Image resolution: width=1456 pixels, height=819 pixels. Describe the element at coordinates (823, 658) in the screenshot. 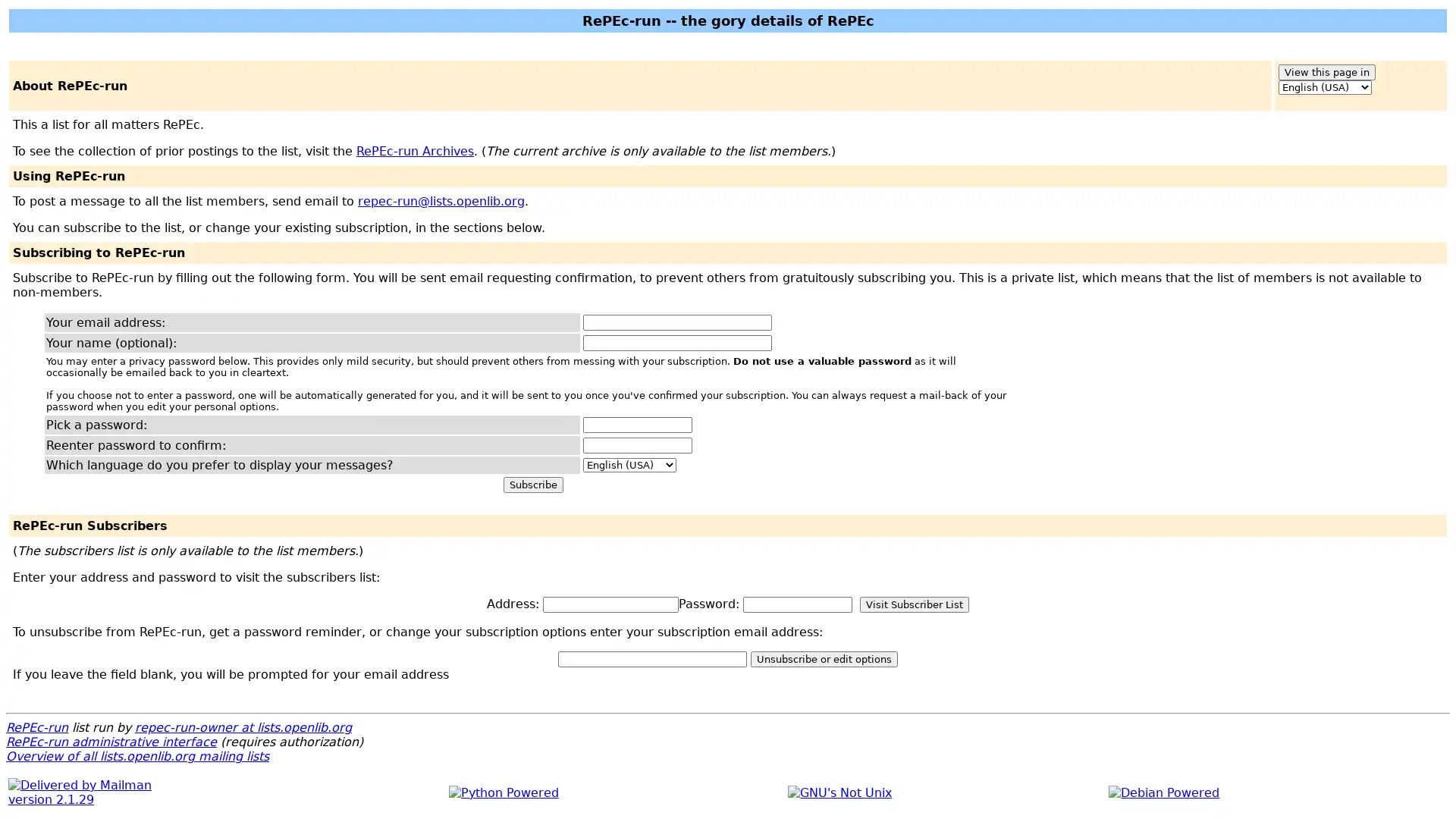

I see `Unsubscribe or edit options` at that location.